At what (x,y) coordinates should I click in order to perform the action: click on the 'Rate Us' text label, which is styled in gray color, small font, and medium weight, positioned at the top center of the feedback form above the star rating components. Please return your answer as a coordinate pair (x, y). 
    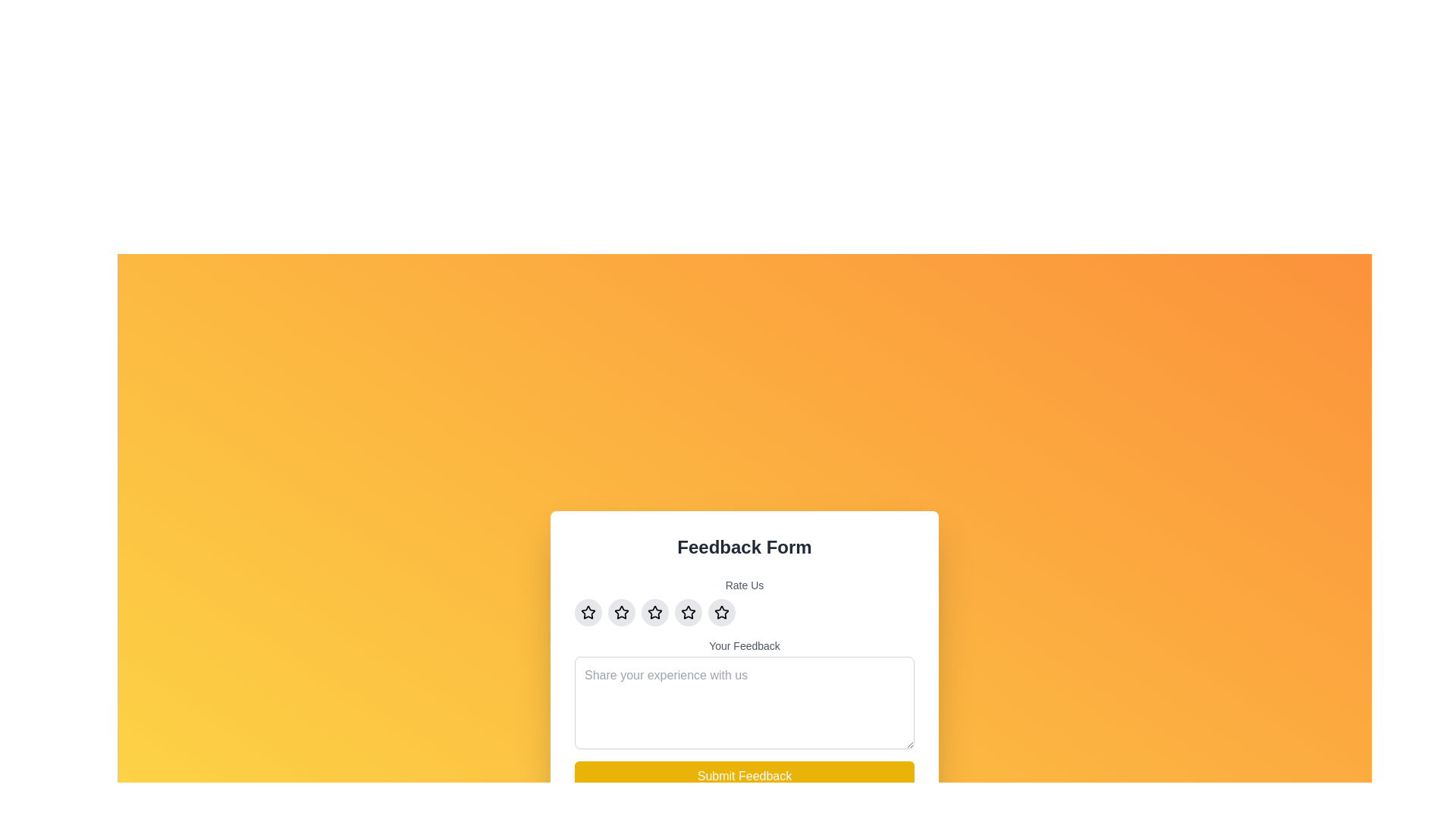
    Looking at the image, I should click on (745, 584).